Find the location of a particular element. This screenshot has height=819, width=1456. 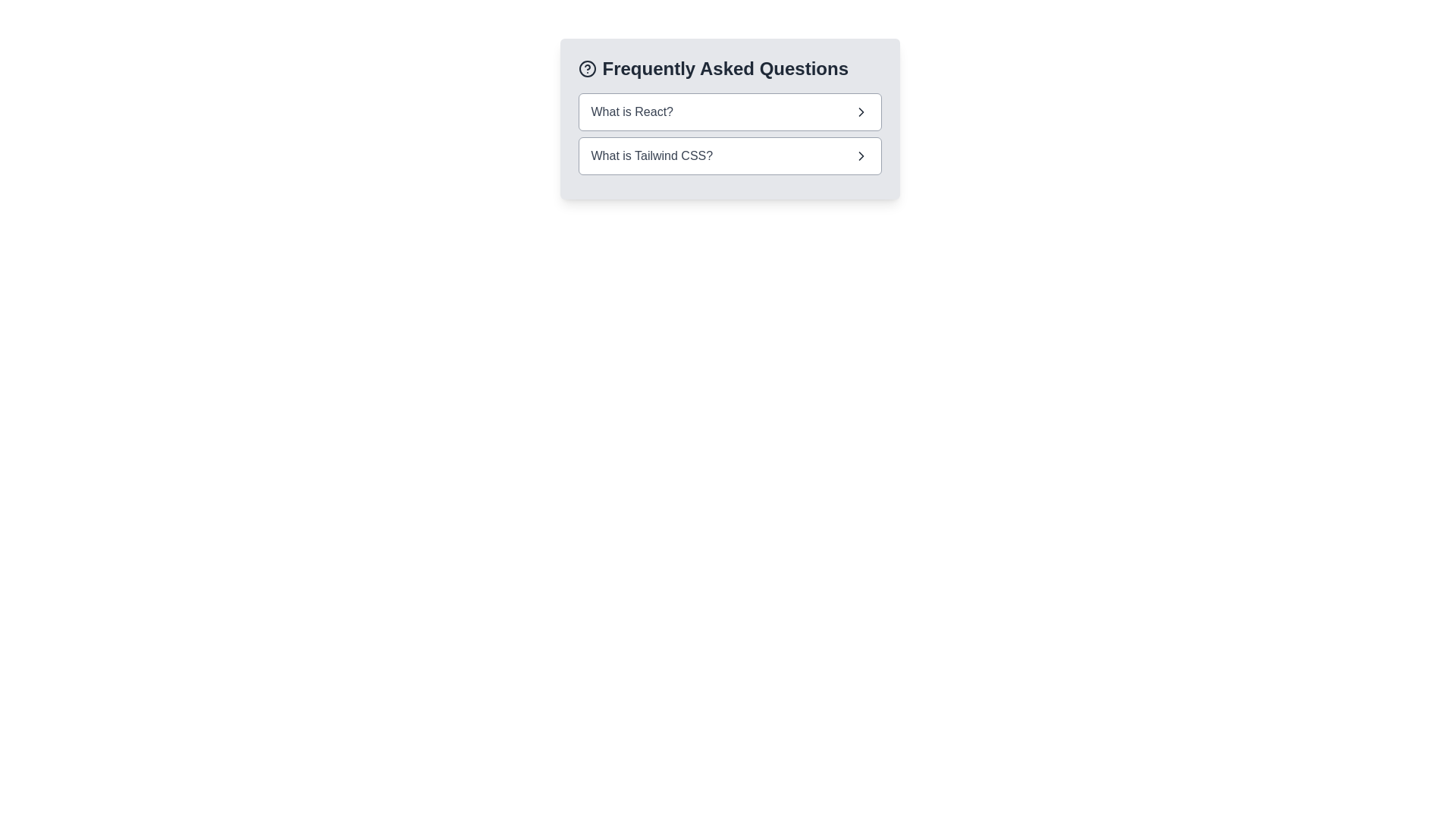

the Interactive Card for the question 'What is React?' located is located at coordinates (730, 111).